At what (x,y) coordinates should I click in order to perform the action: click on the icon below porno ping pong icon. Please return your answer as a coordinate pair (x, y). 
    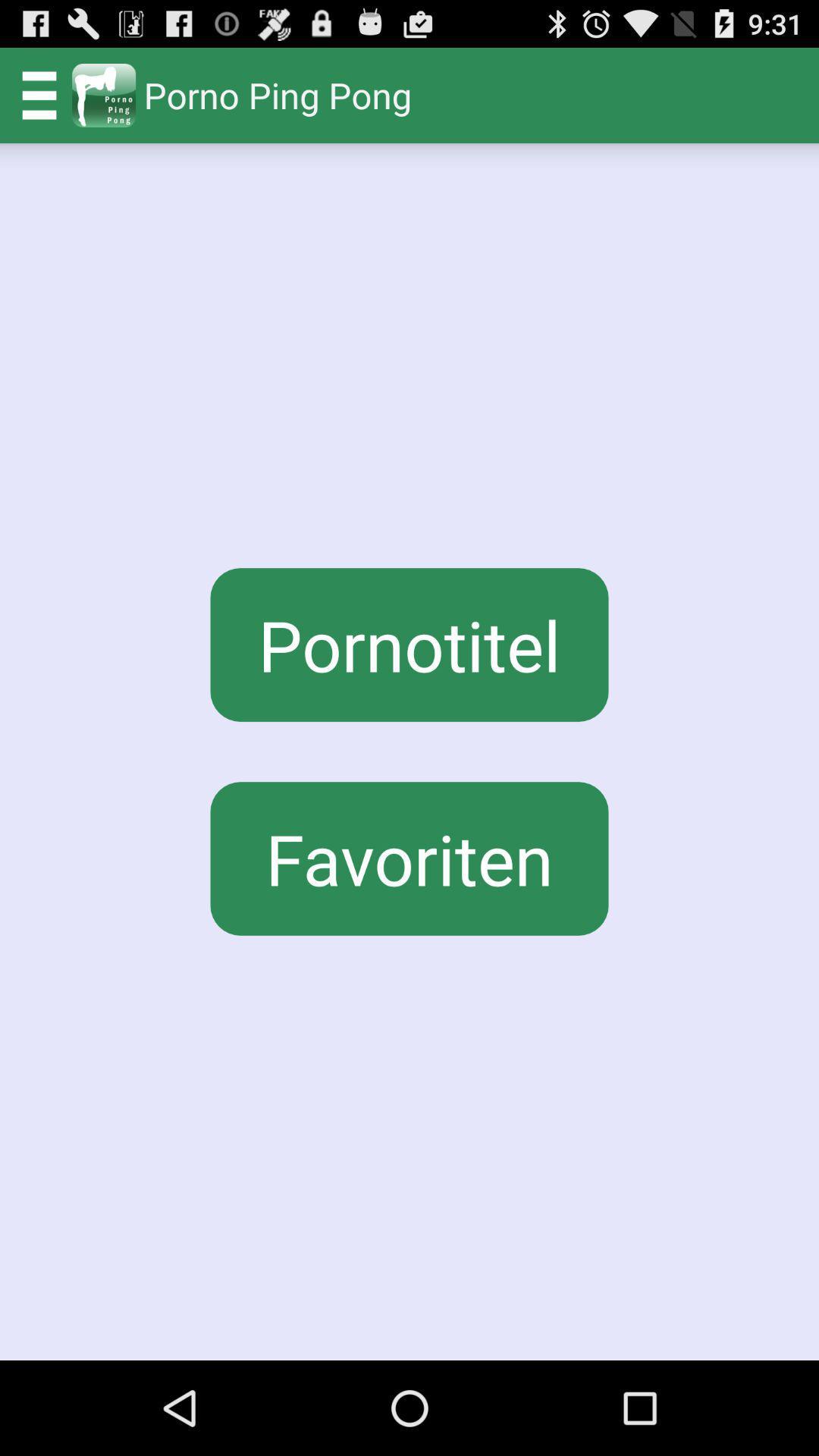
    Looking at the image, I should click on (409, 645).